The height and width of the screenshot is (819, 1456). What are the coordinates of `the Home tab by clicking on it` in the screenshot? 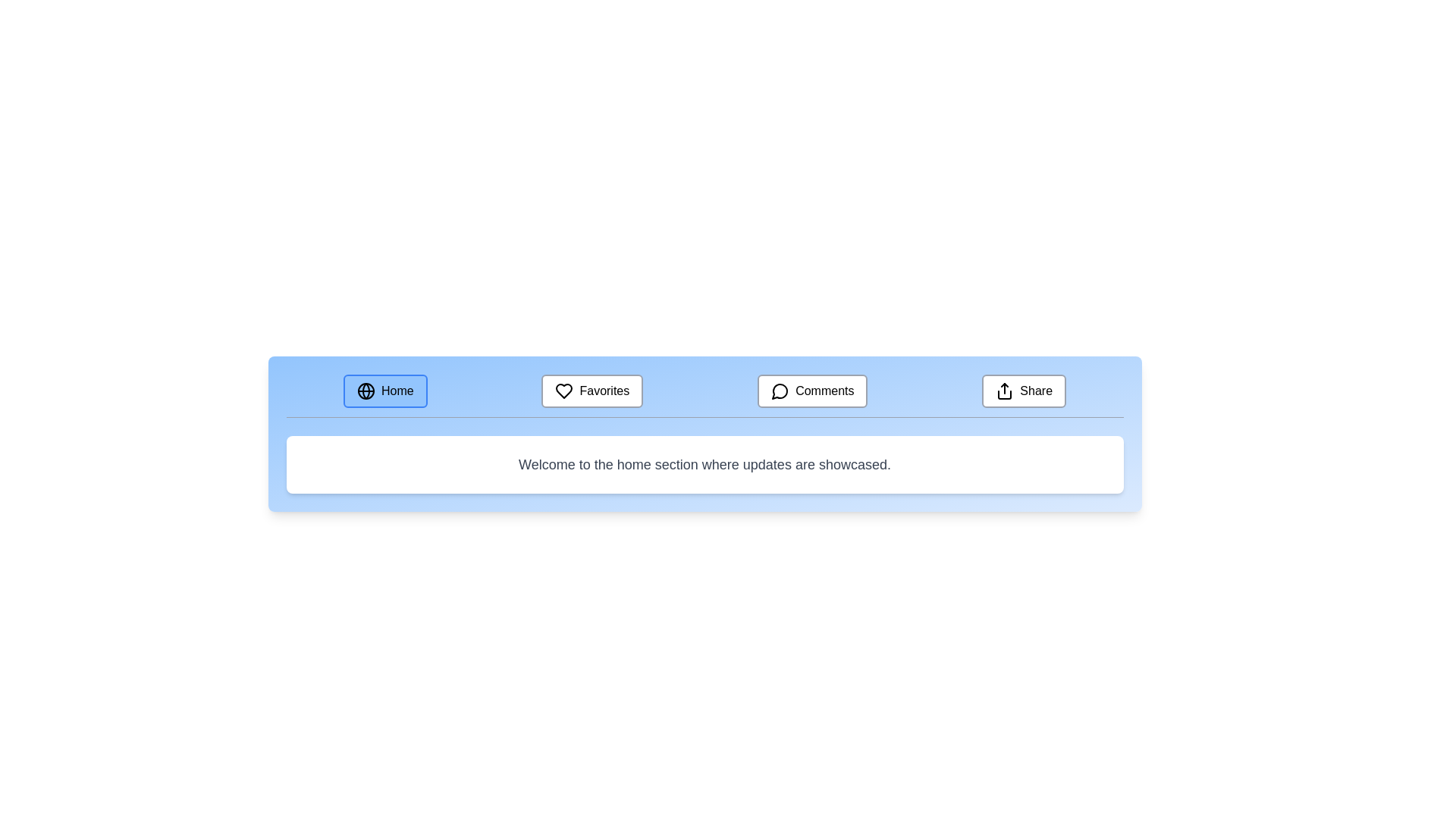 It's located at (385, 391).